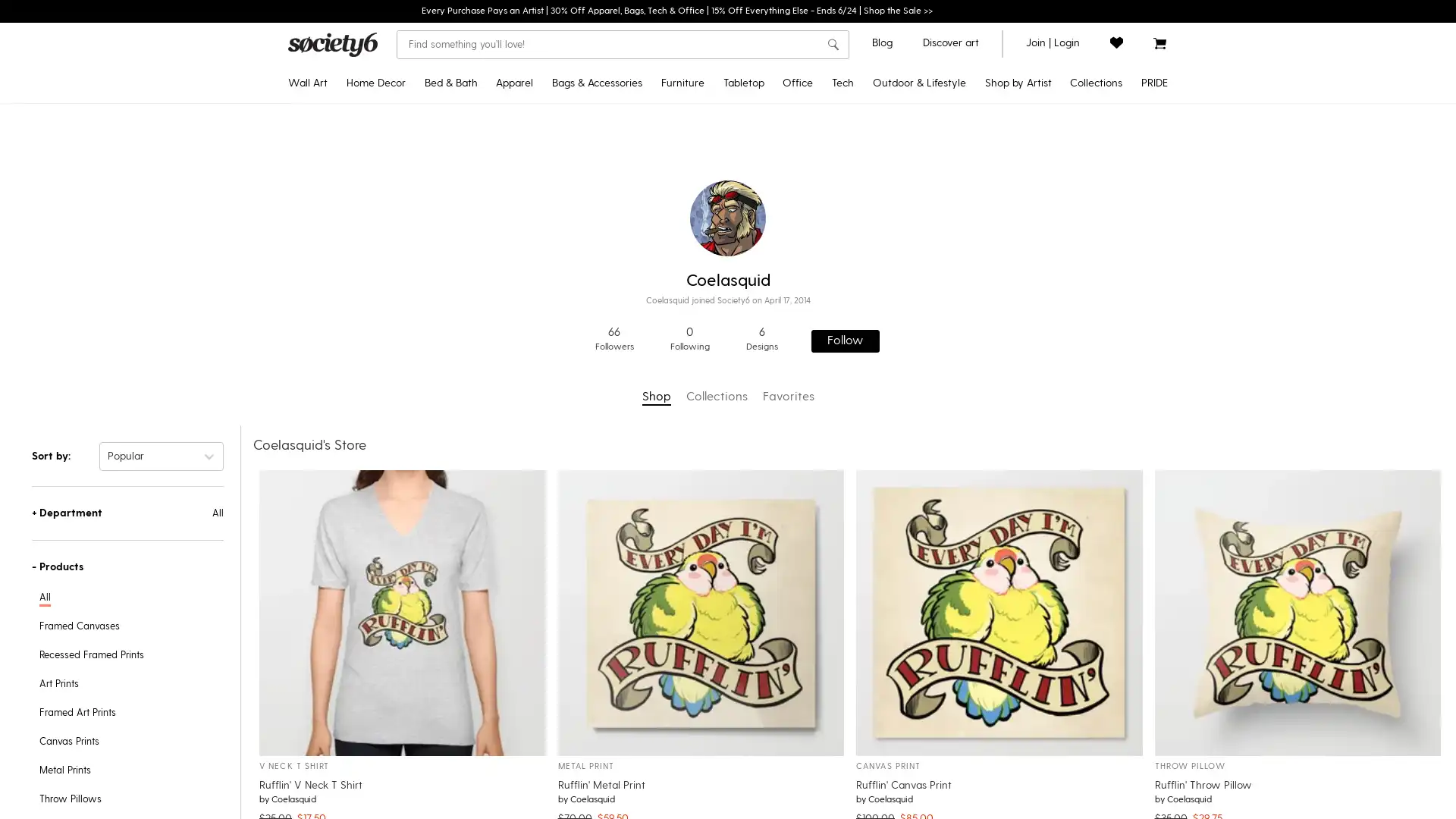  What do you see at coordinates (562, 170) in the screenshot?
I see `Hoodies` at bounding box center [562, 170].